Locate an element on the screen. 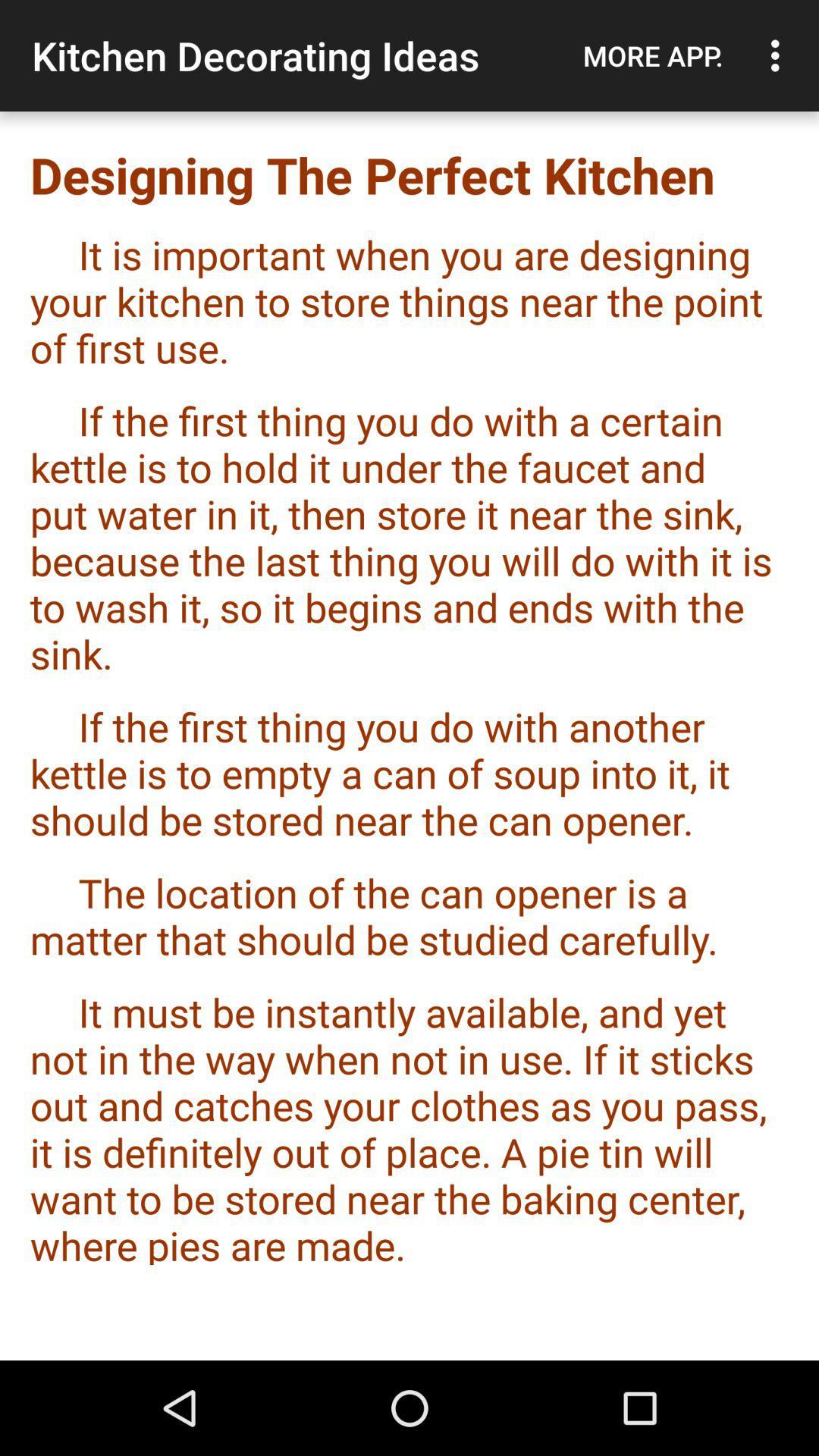  the item above designing the perfect icon is located at coordinates (652, 55).